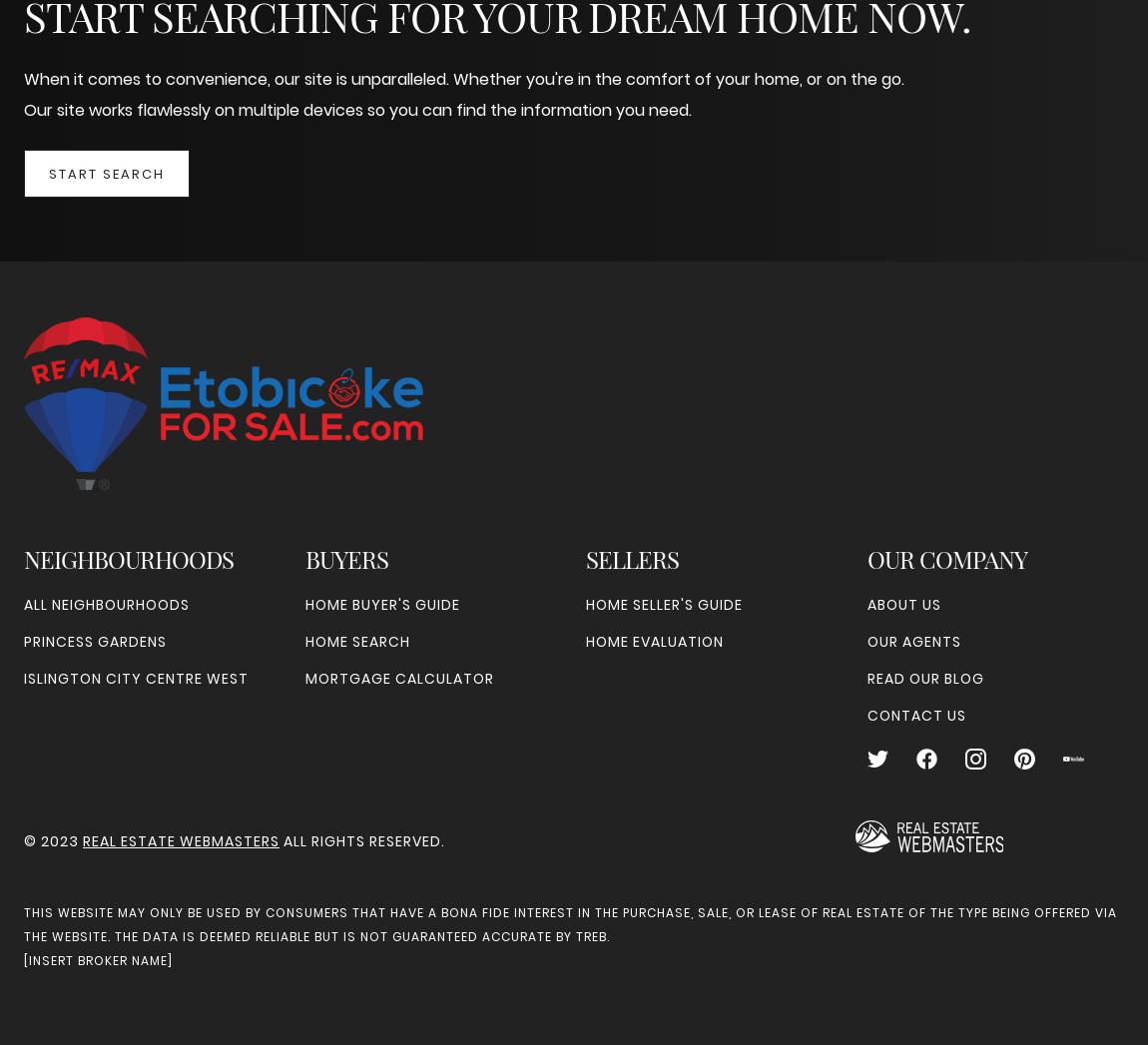 The height and width of the screenshot is (1045, 1148). Describe the element at coordinates (23, 839) in the screenshot. I see `'© 2023'` at that location.